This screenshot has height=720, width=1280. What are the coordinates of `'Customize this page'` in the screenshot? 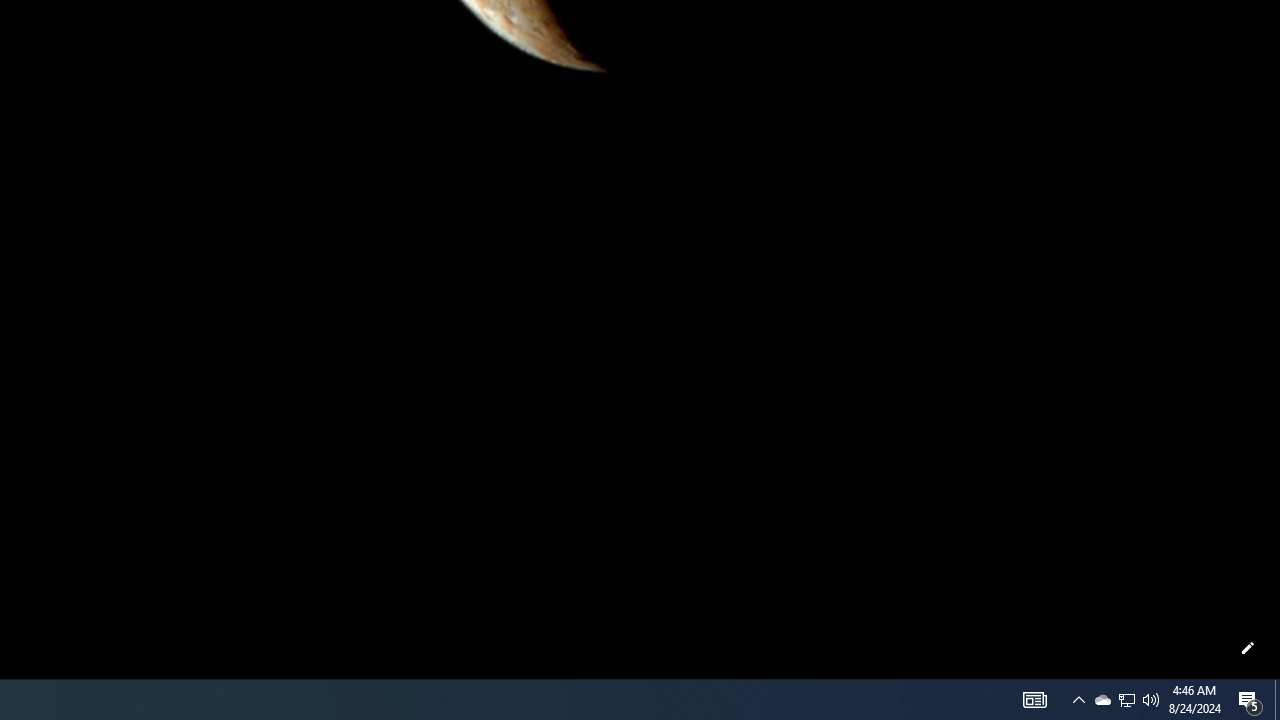 It's located at (1247, 648).